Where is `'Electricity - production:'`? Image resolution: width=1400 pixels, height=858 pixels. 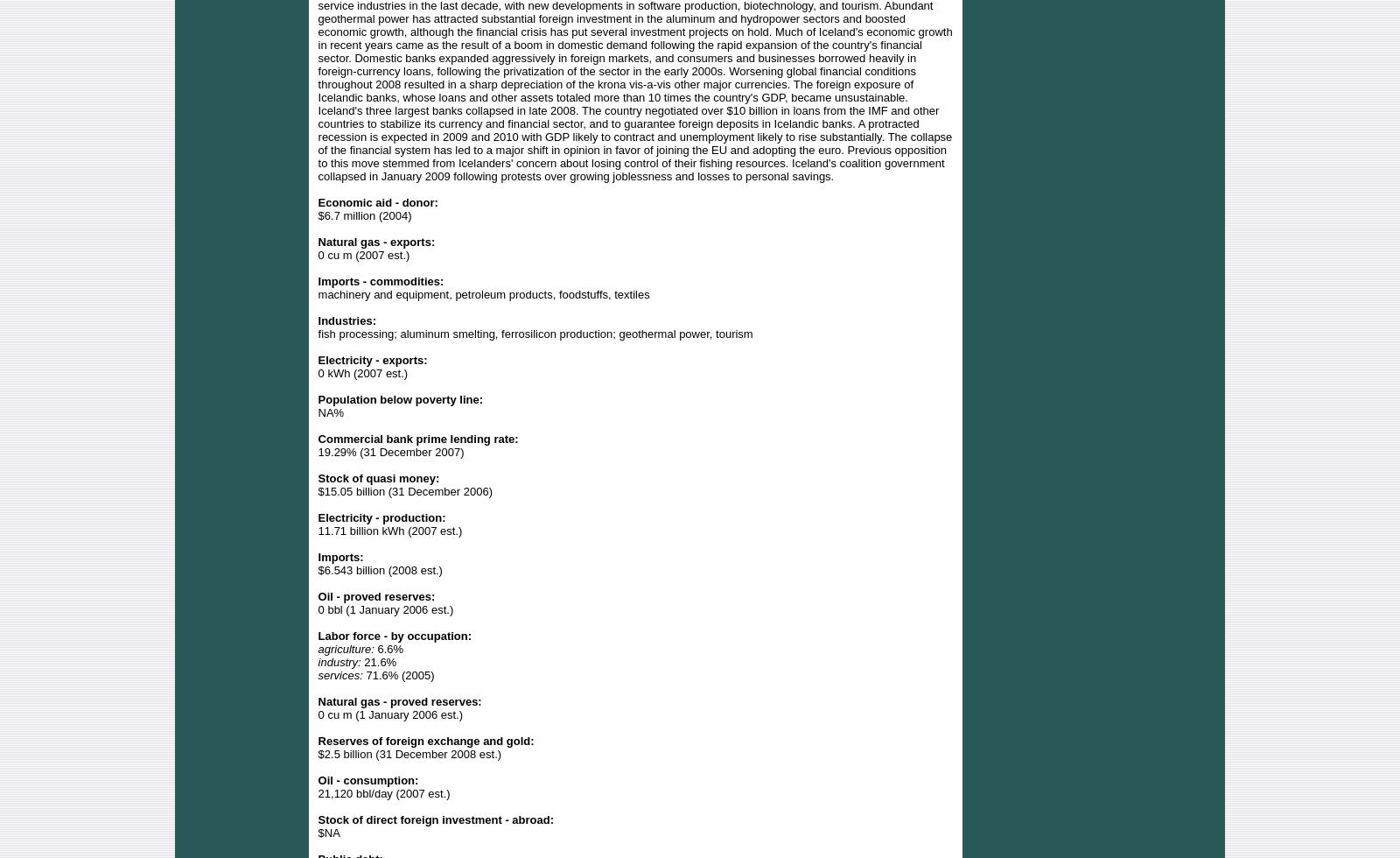 'Electricity - production:' is located at coordinates (381, 517).